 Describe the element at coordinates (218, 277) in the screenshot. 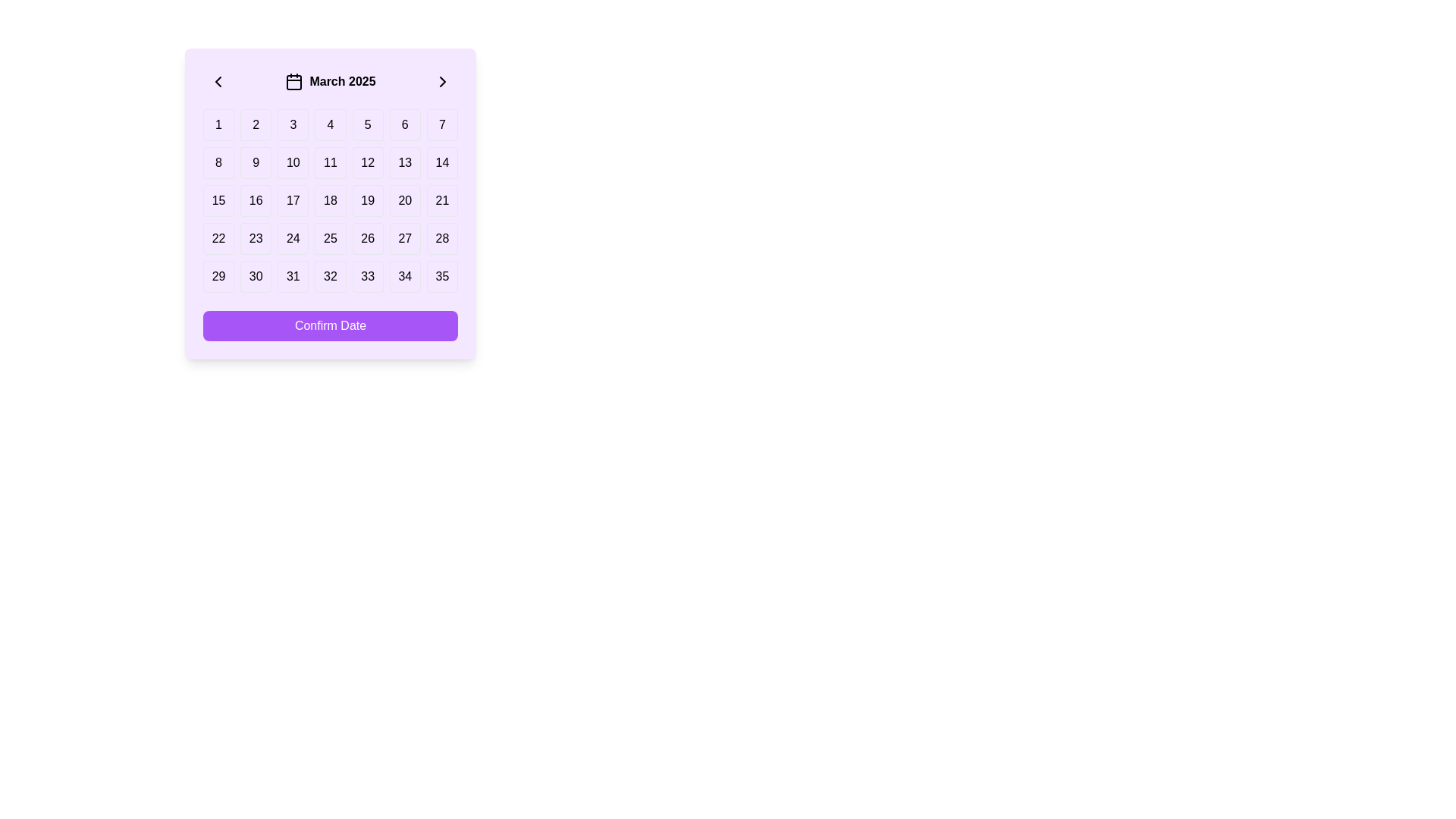

I see `the square button labeled '29' located in the 5th row and the 1st column of the grid layout` at that location.